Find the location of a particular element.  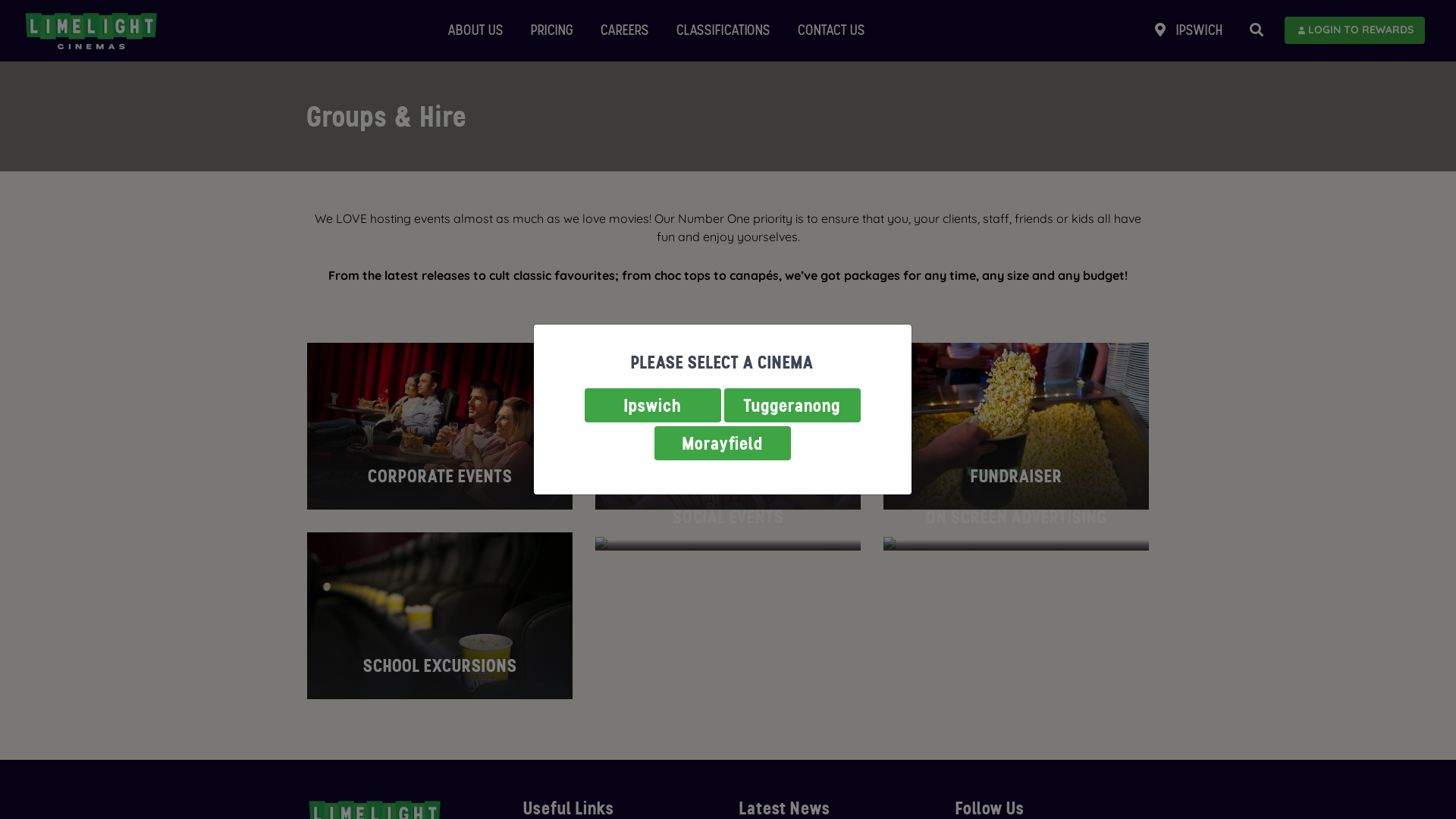

'Ipswich' is located at coordinates (651, 404).